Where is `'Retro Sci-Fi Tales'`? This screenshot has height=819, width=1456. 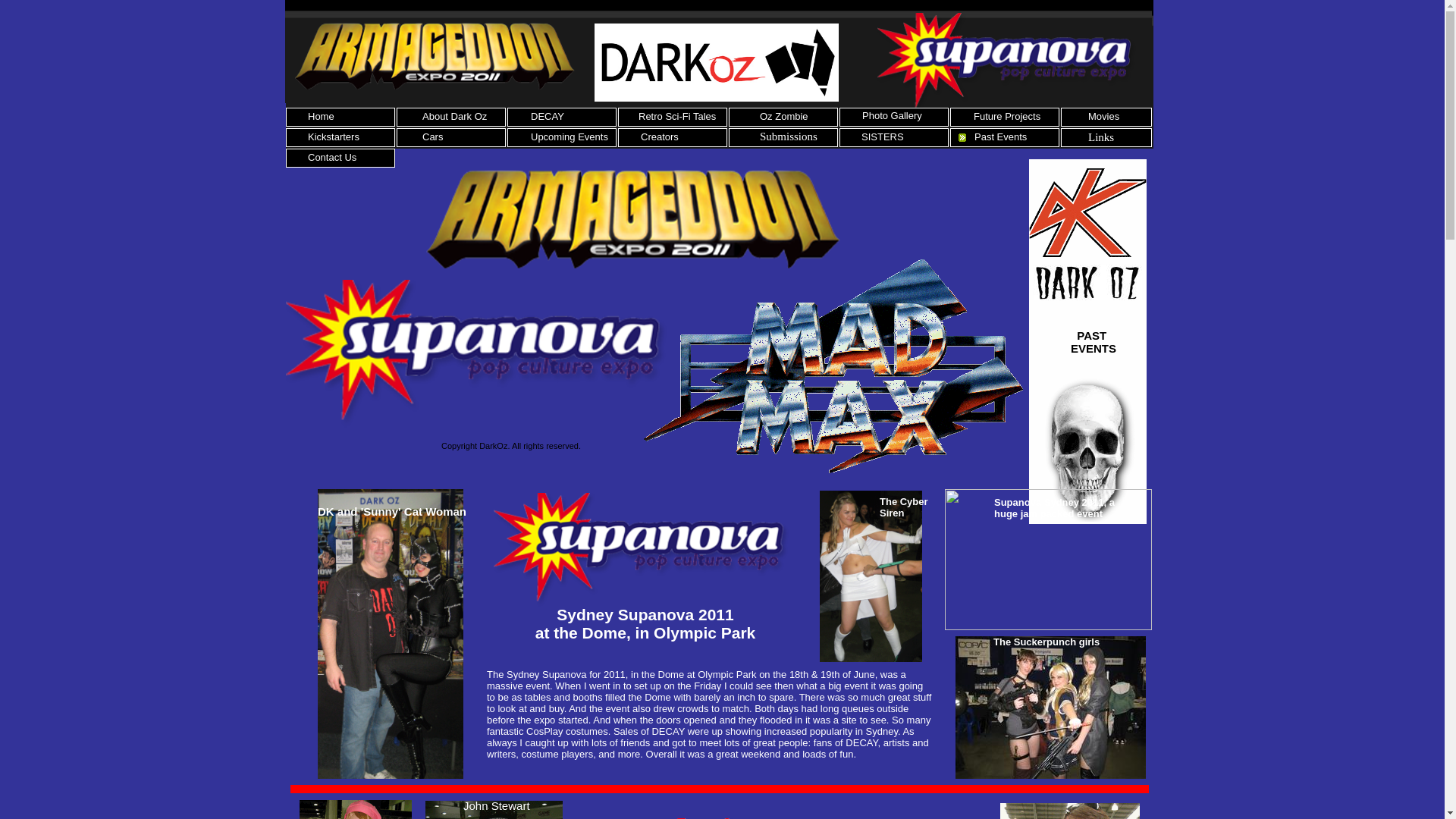
'Retro Sci-Fi Tales' is located at coordinates (676, 115).